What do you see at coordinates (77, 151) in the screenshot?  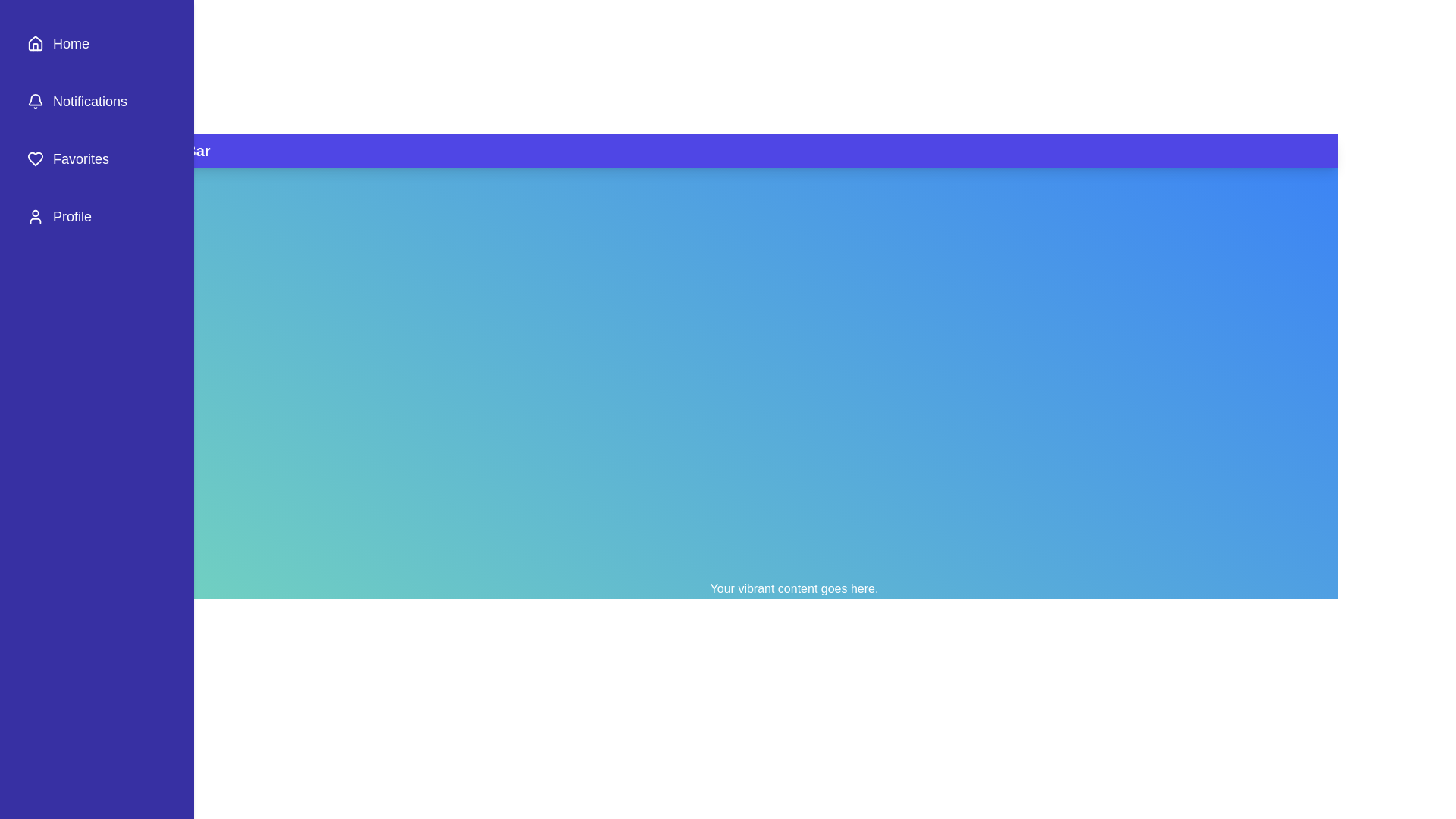 I see `the menu icon to toggle the sidebar visibility` at bounding box center [77, 151].